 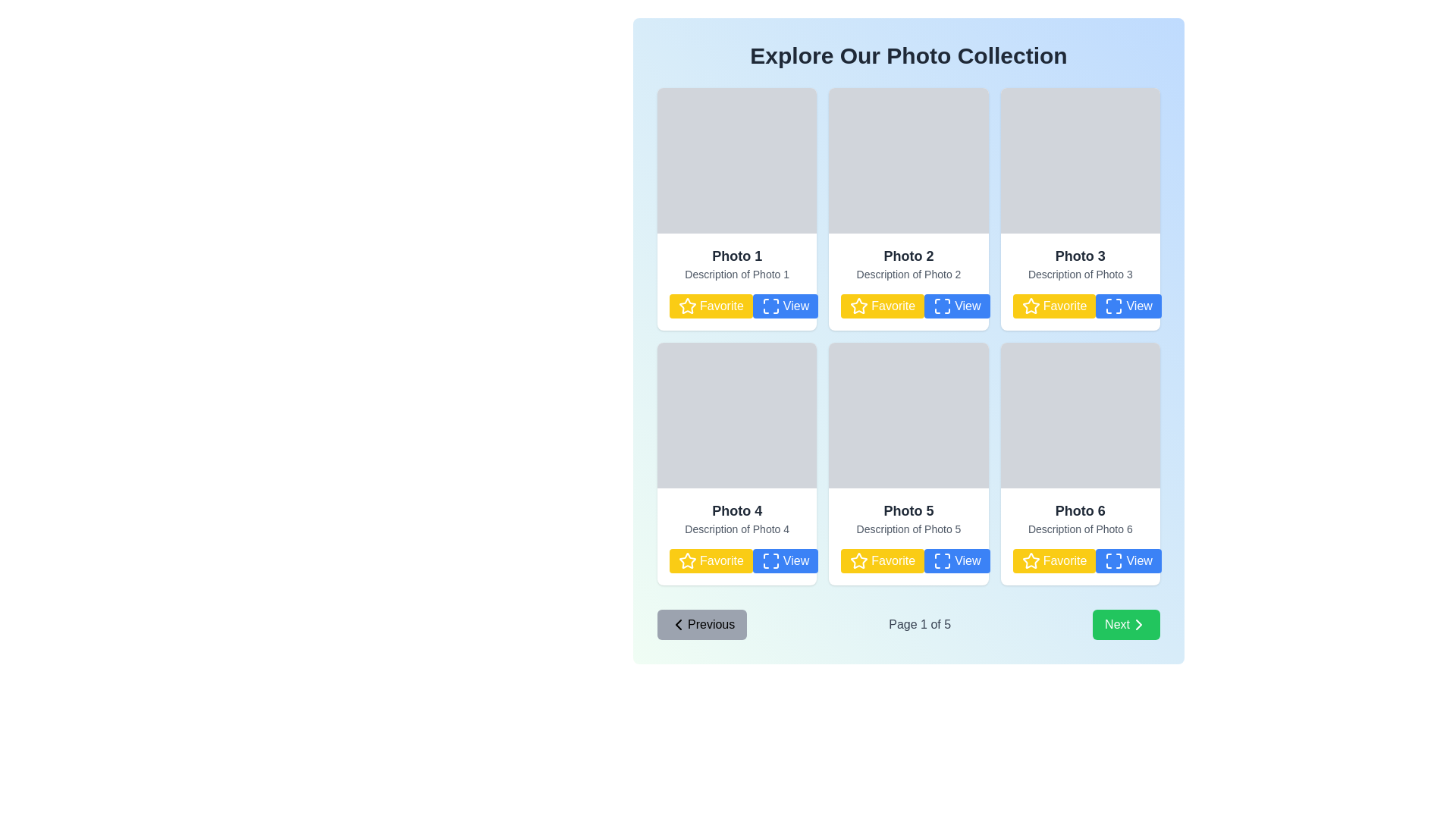 What do you see at coordinates (687, 306) in the screenshot?
I see `the yellow star-shaped icon with a black border located within the 'Favorite' button to favorite the item` at bounding box center [687, 306].